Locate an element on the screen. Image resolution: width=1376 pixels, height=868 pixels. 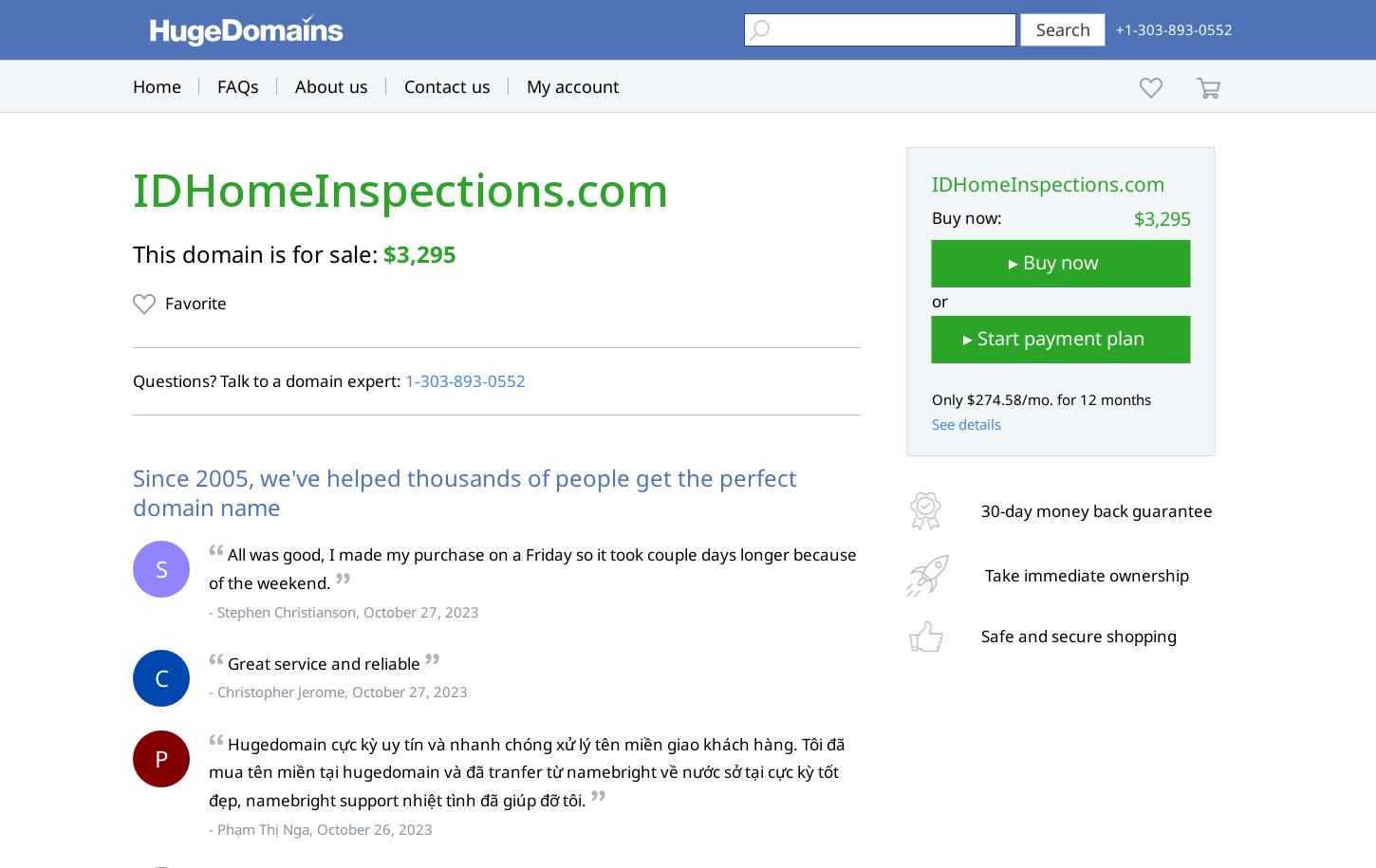
'This domain is for sale:' is located at coordinates (132, 252).